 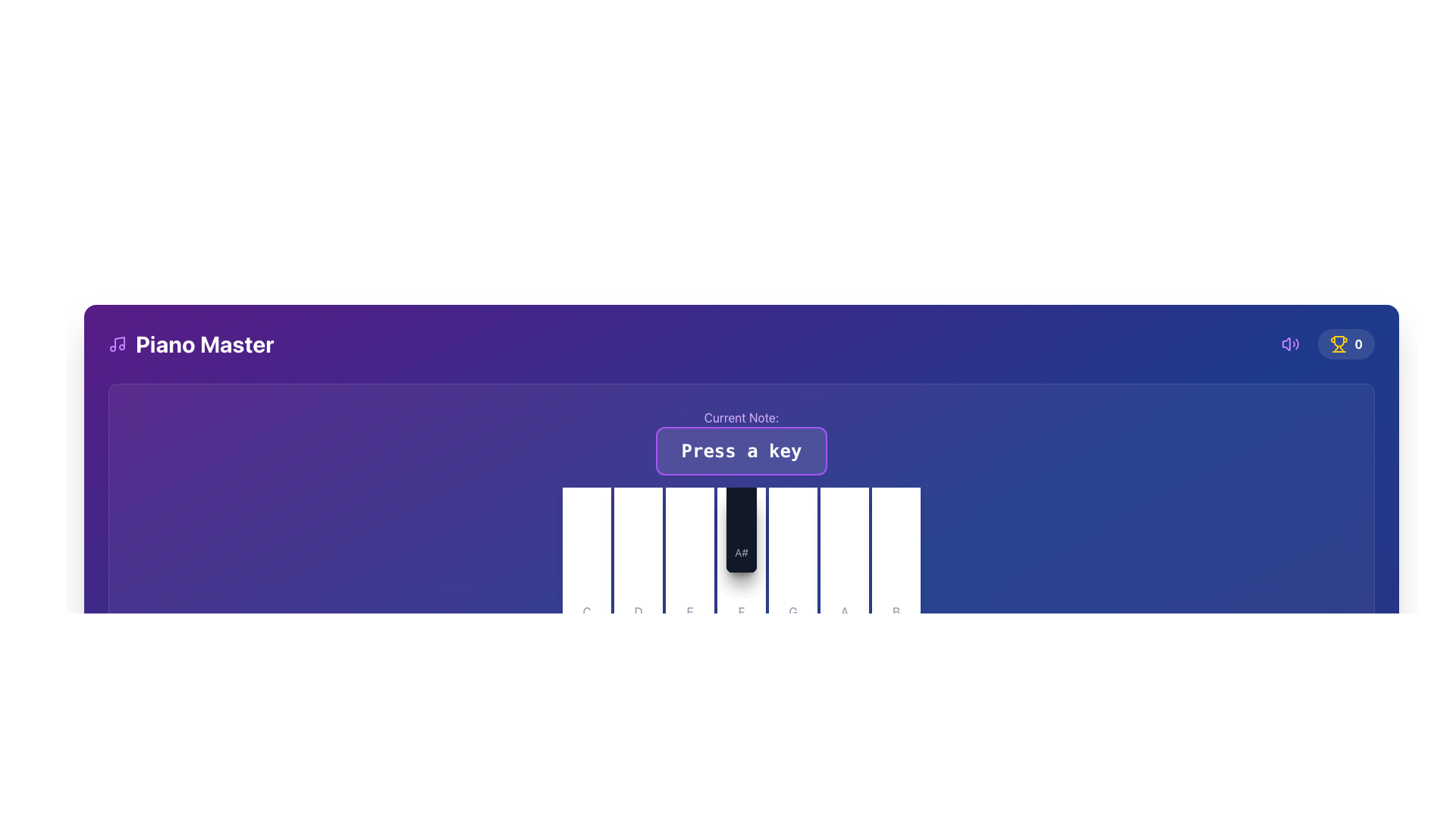 I want to click on the virtual piano key representing the note 'E', which is the third white key from the left, located between 'D' and 'F', so click(x=689, y=560).